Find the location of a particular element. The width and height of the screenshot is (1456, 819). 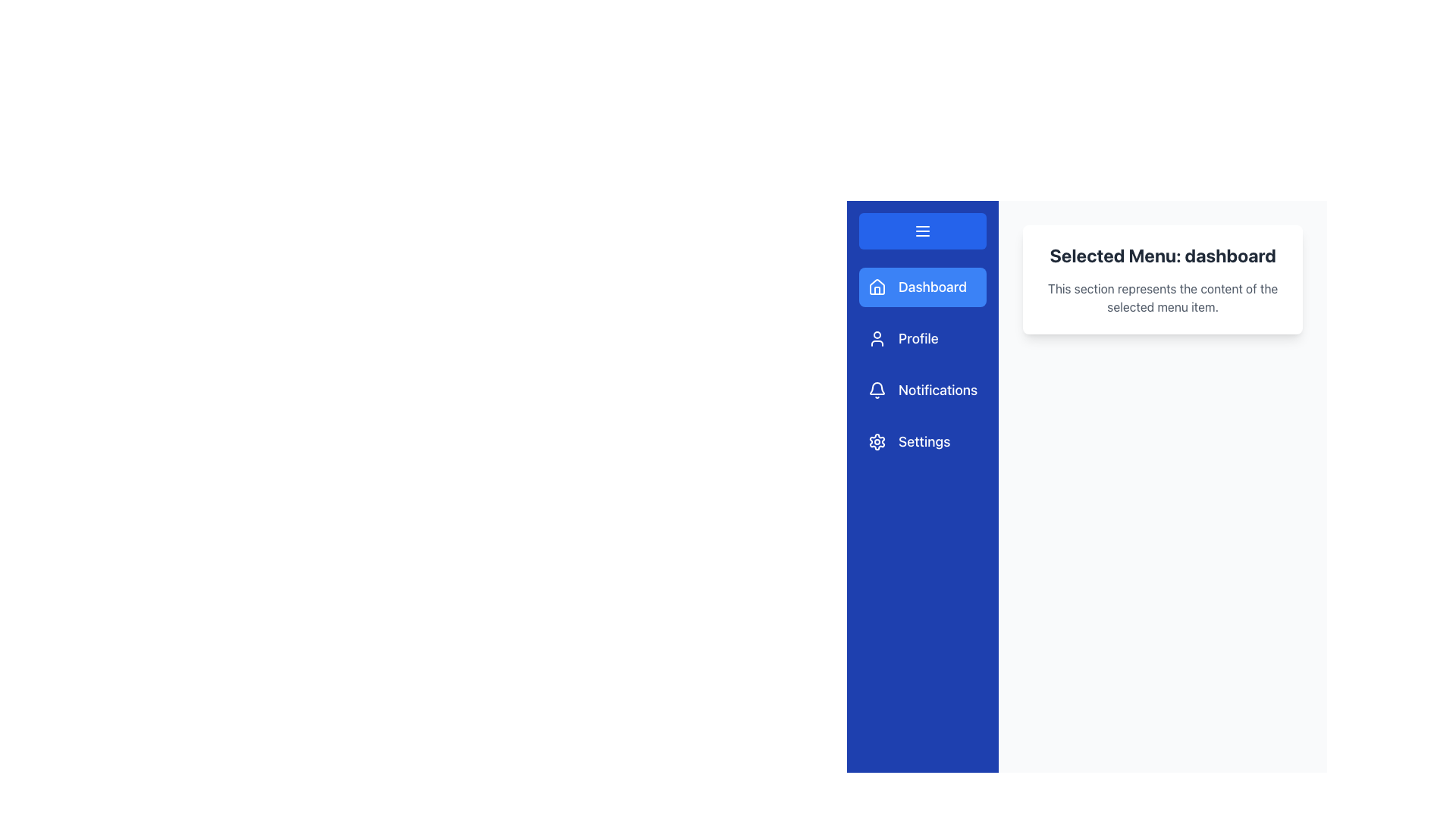

the 'Profile' button in the vertical navigation menu is located at coordinates (922, 338).